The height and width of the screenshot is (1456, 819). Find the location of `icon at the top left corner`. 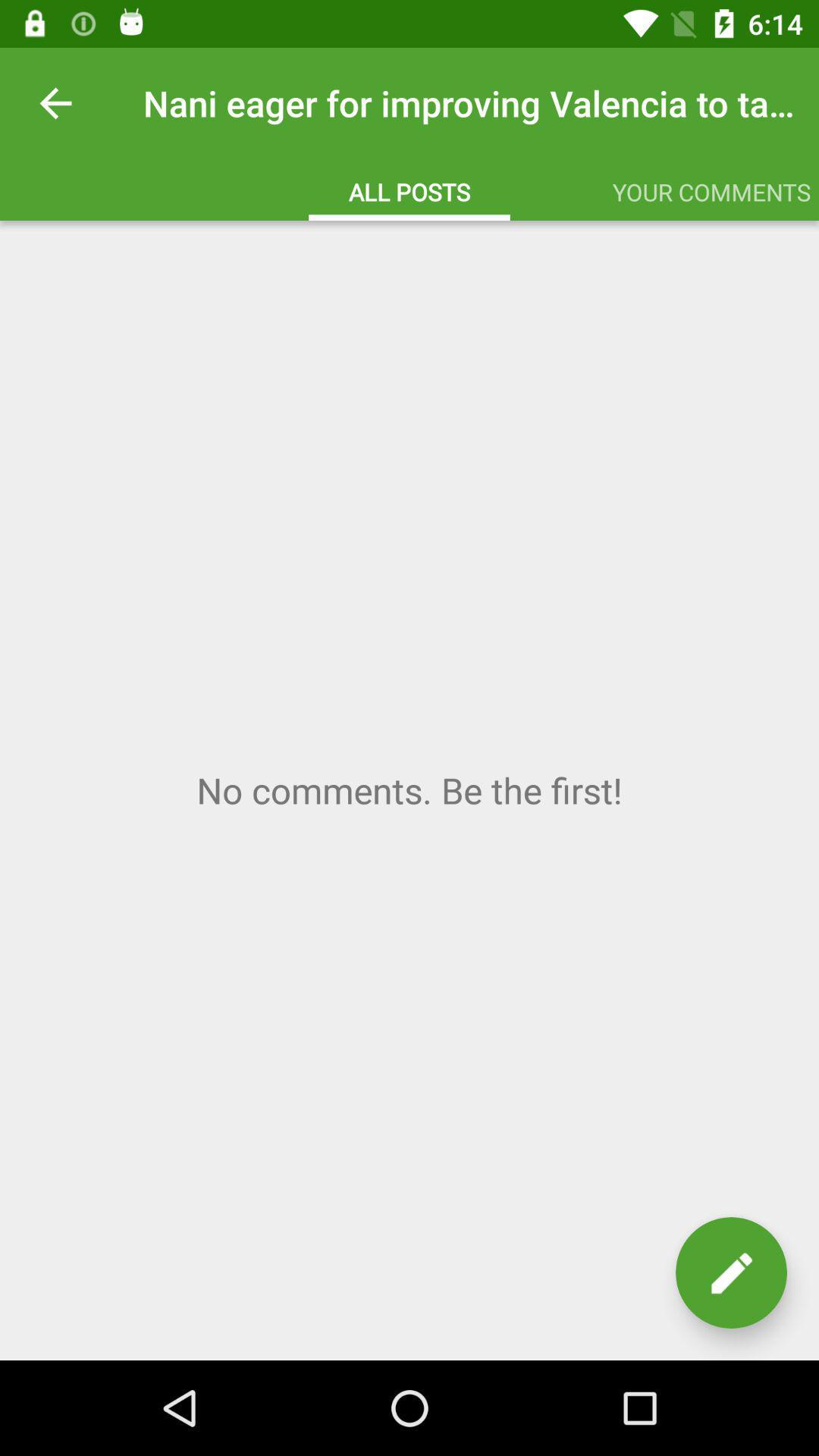

icon at the top left corner is located at coordinates (55, 102).